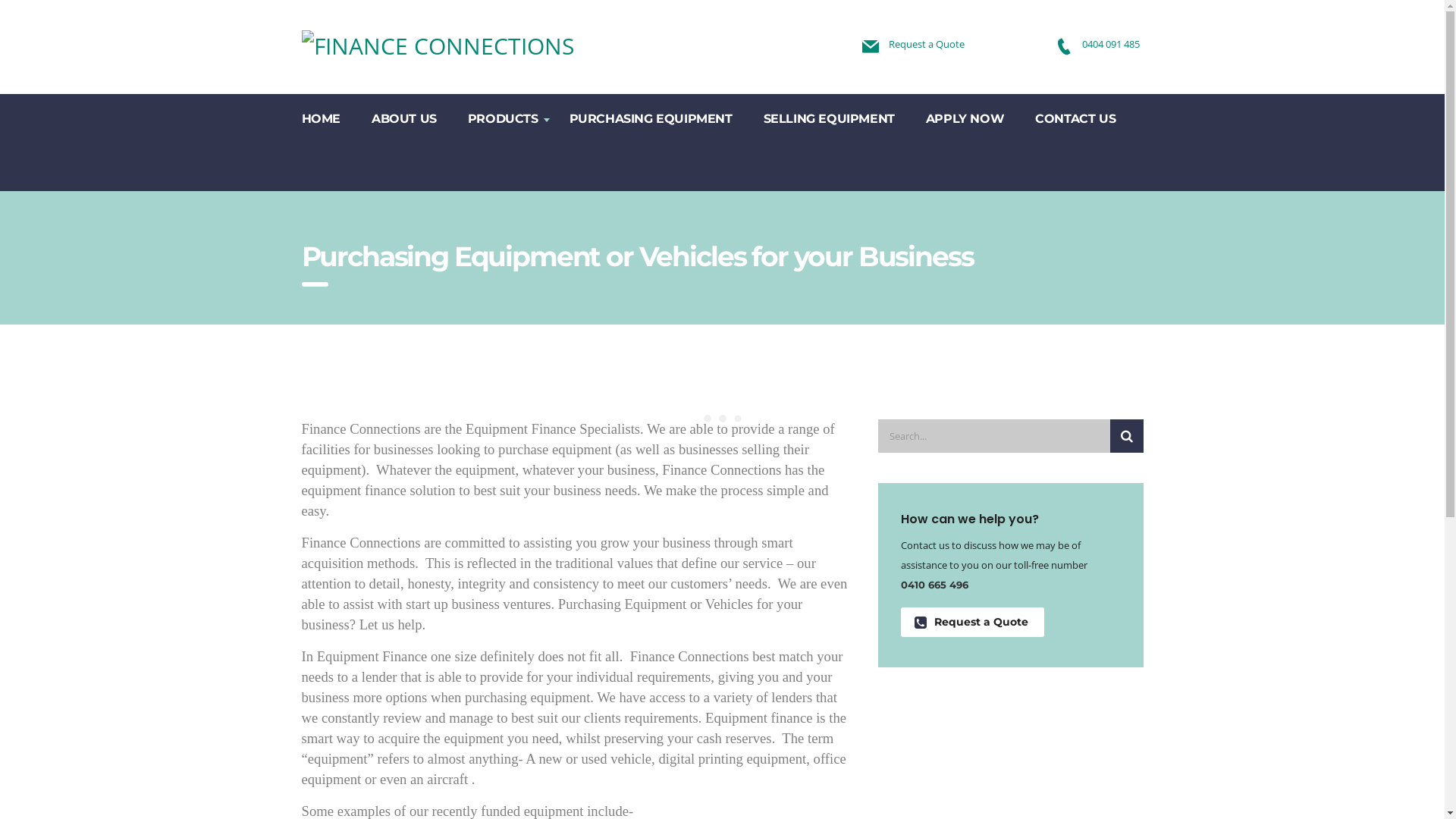 The width and height of the screenshot is (1456, 819). Describe the element at coordinates (651, 117) in the screenshot. I see `'PURCHASING EQUIPMENT'` at that location.